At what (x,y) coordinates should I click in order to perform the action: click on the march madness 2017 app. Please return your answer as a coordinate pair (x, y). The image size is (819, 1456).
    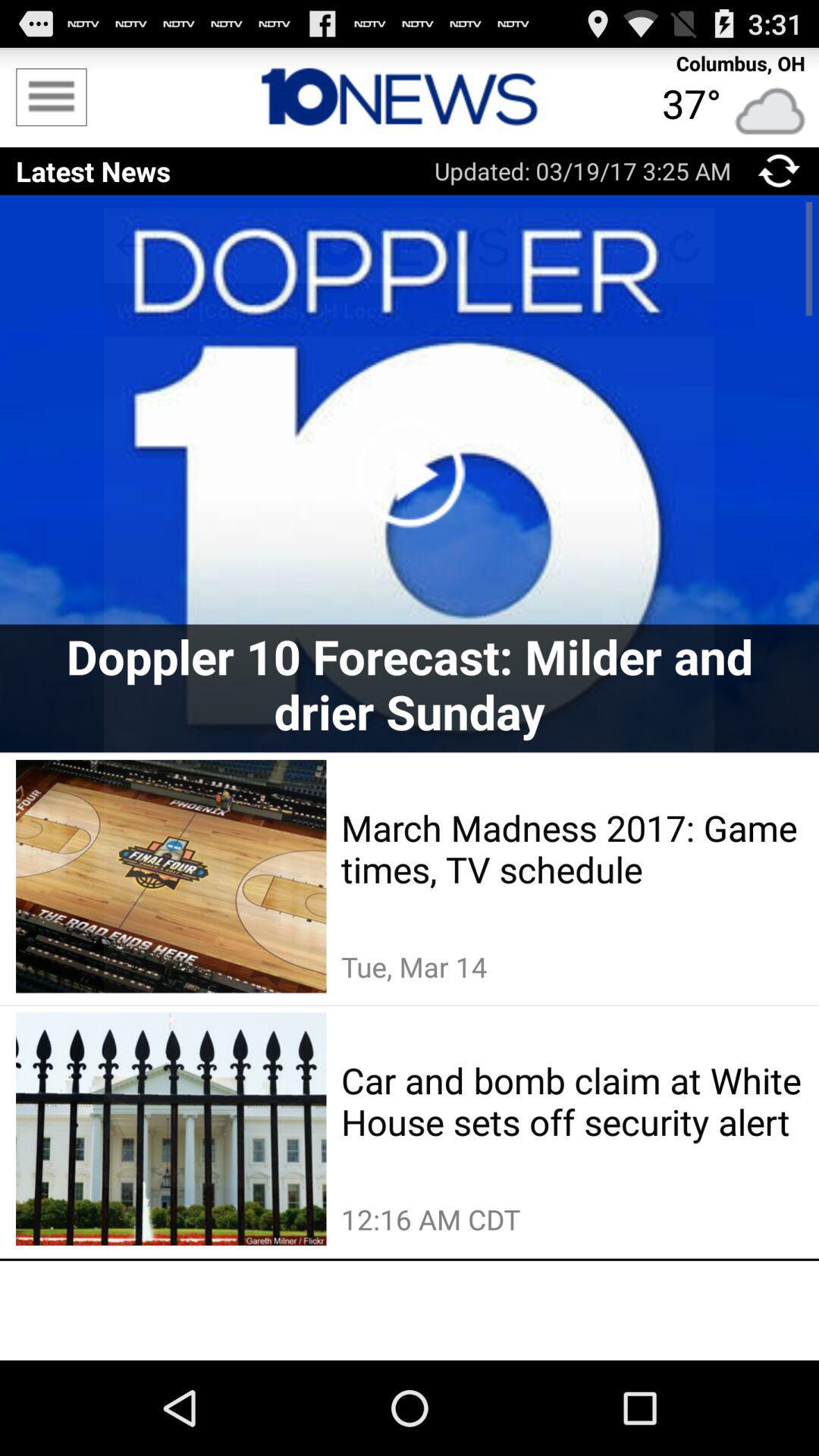
    Looking at the image, I should click on (572, 847).